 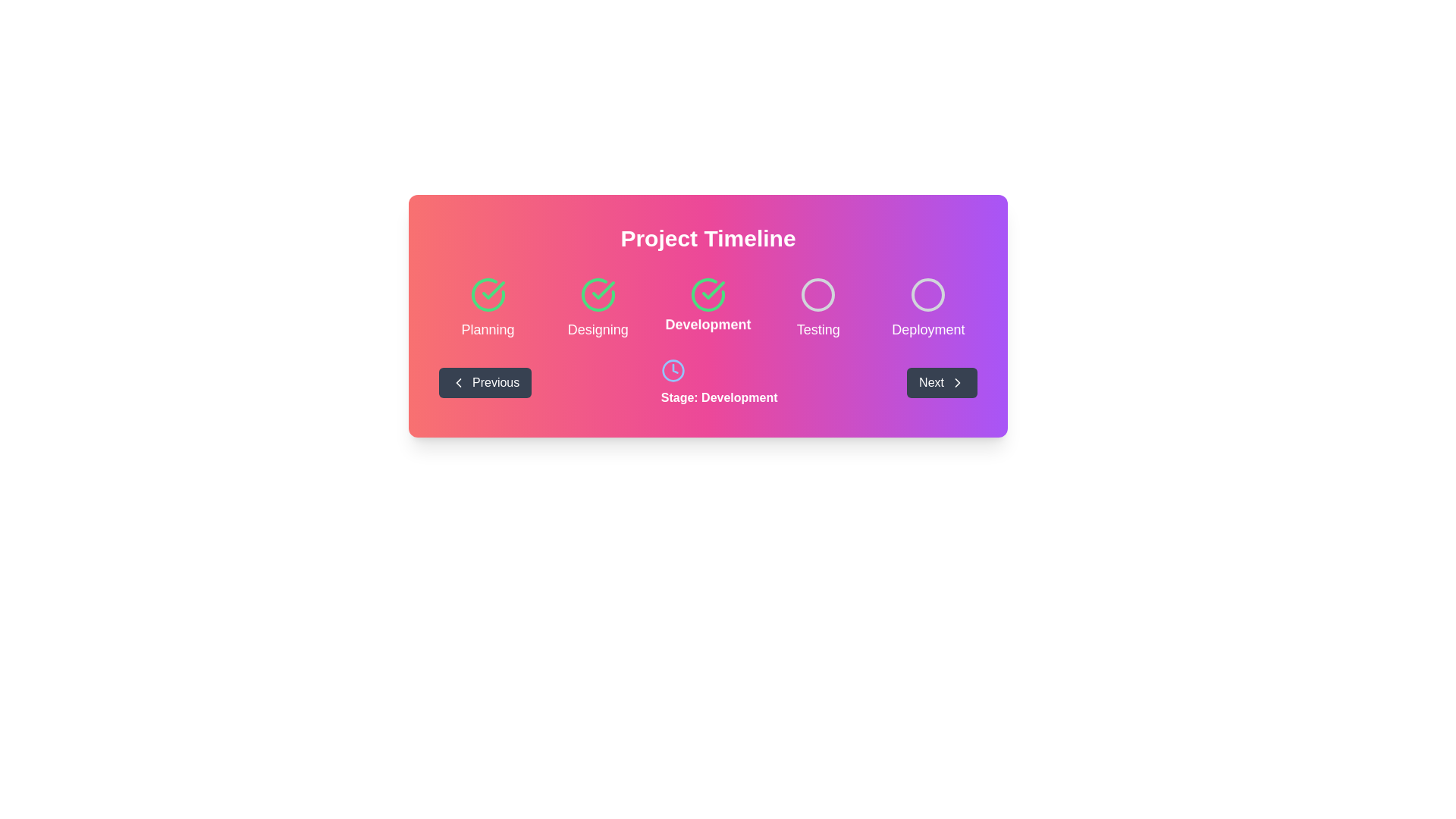 I want to click on the graphical UI indicator (circle) that represents the 'Deployment' stage in the project timeline, so click(x=927, y=295).